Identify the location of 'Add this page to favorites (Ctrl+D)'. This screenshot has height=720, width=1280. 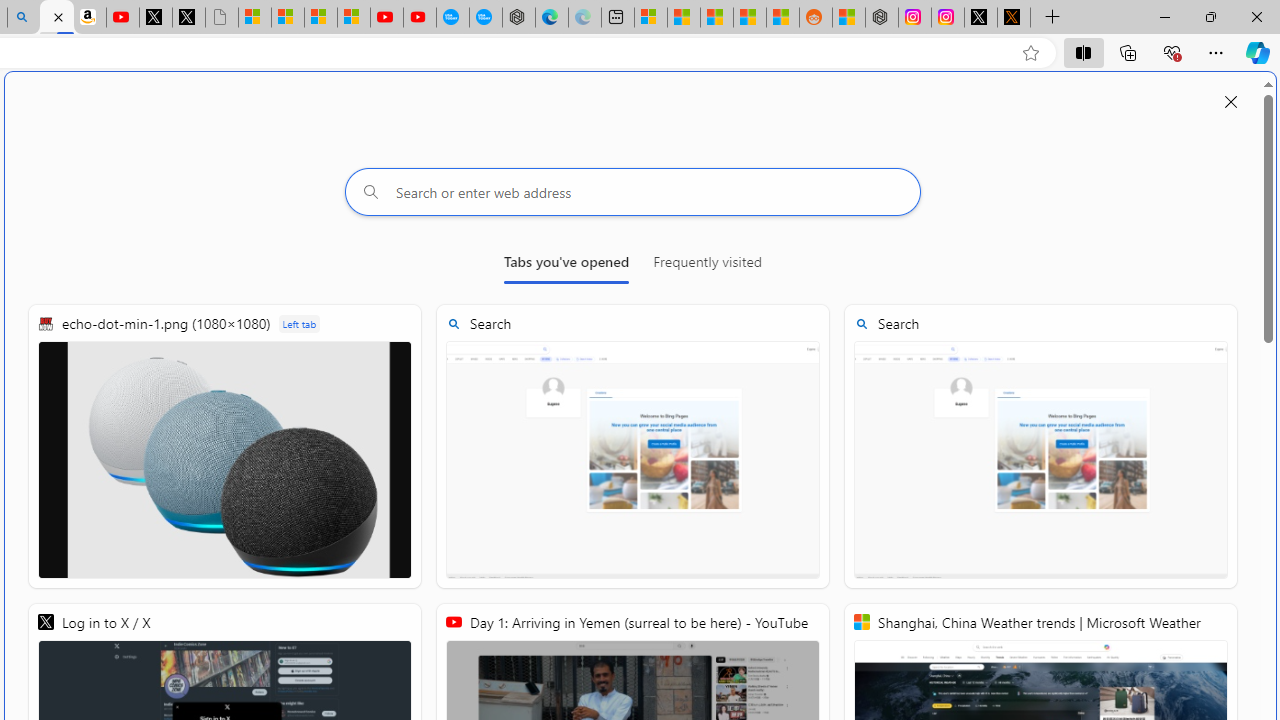
(1031, 52).